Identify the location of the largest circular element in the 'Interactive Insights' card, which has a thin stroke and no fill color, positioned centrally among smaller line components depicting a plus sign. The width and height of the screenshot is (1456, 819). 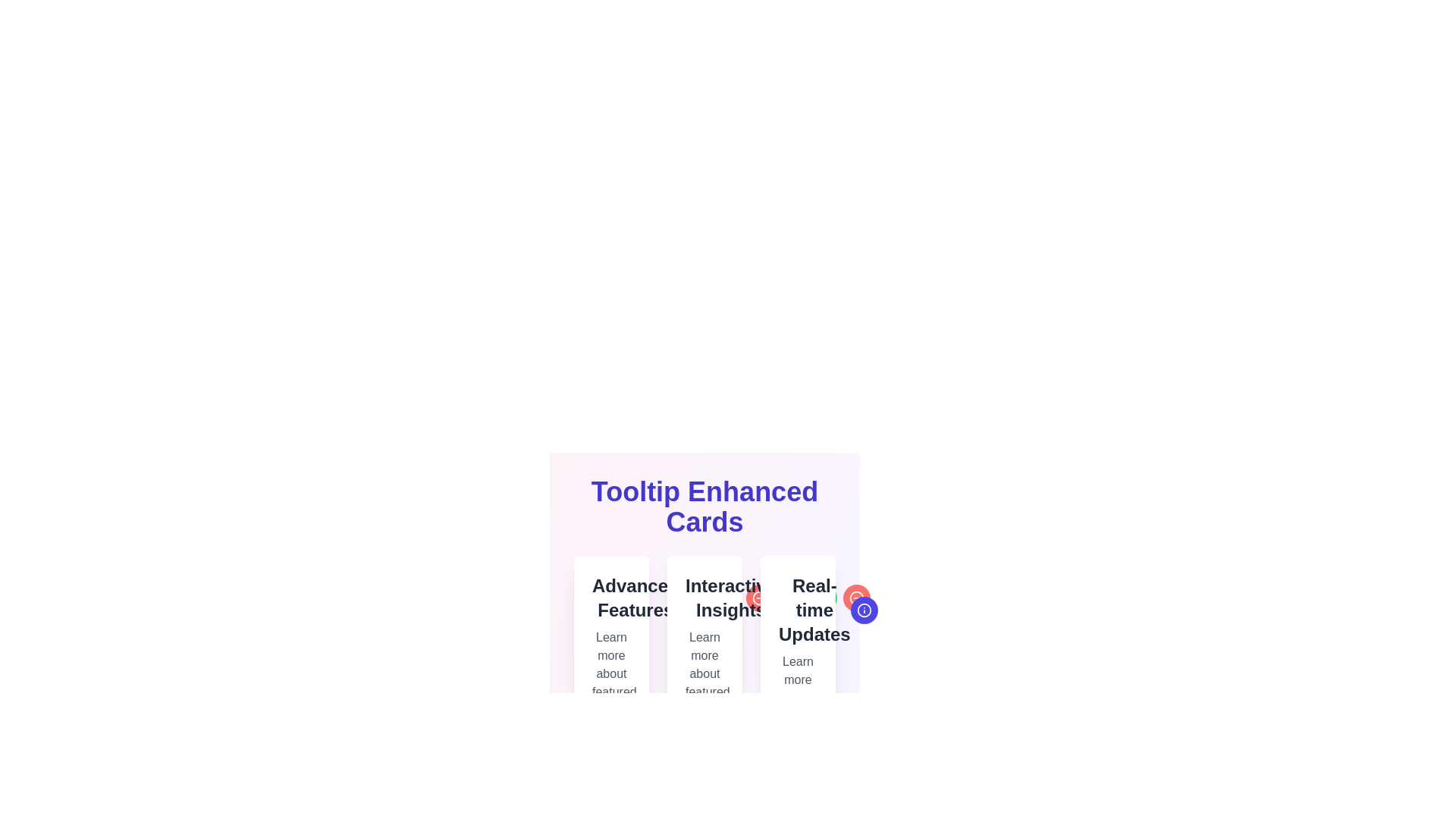
(725, 598).